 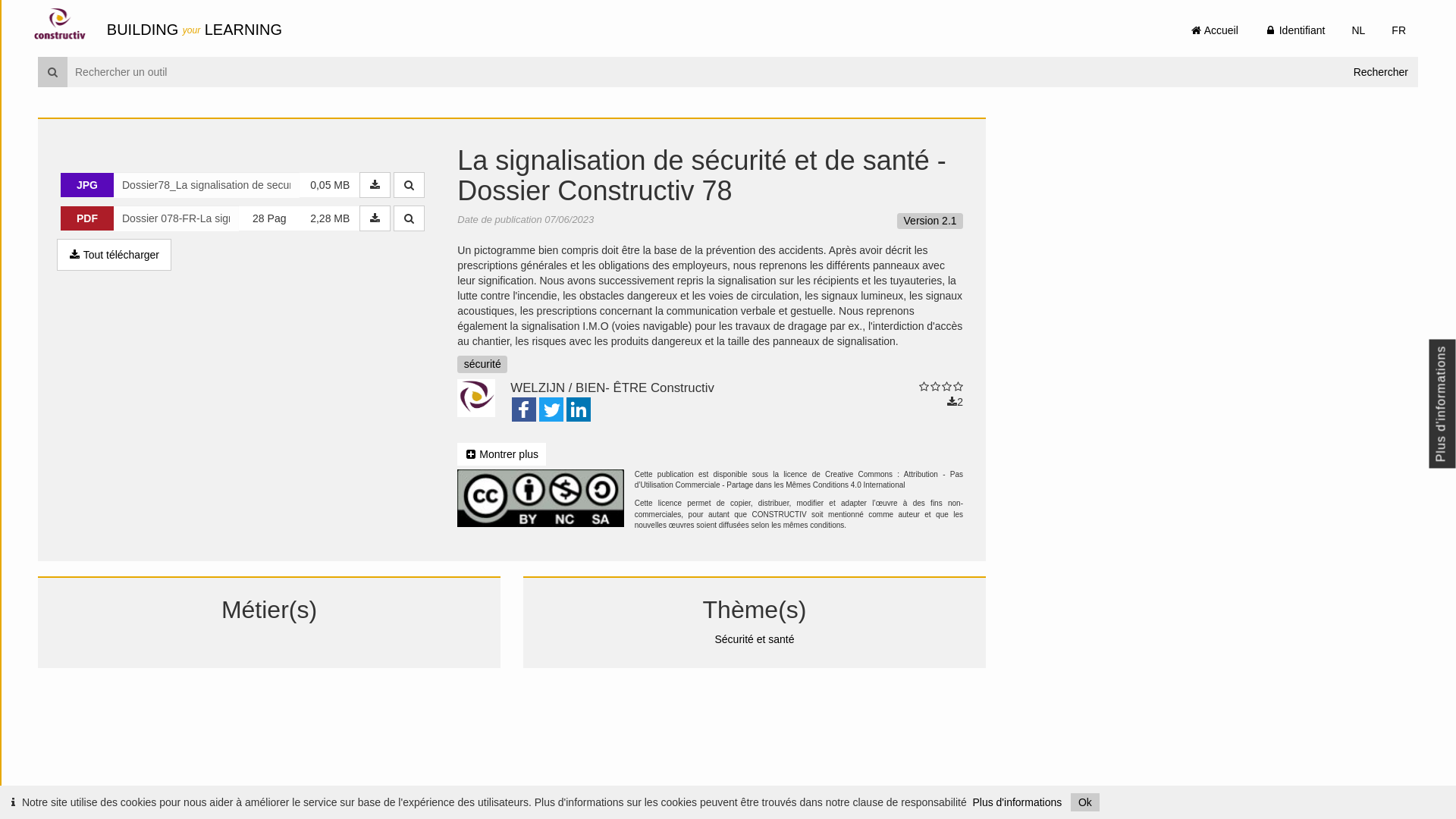 I want to click on 'Twitter', so click(x=538, y=410).